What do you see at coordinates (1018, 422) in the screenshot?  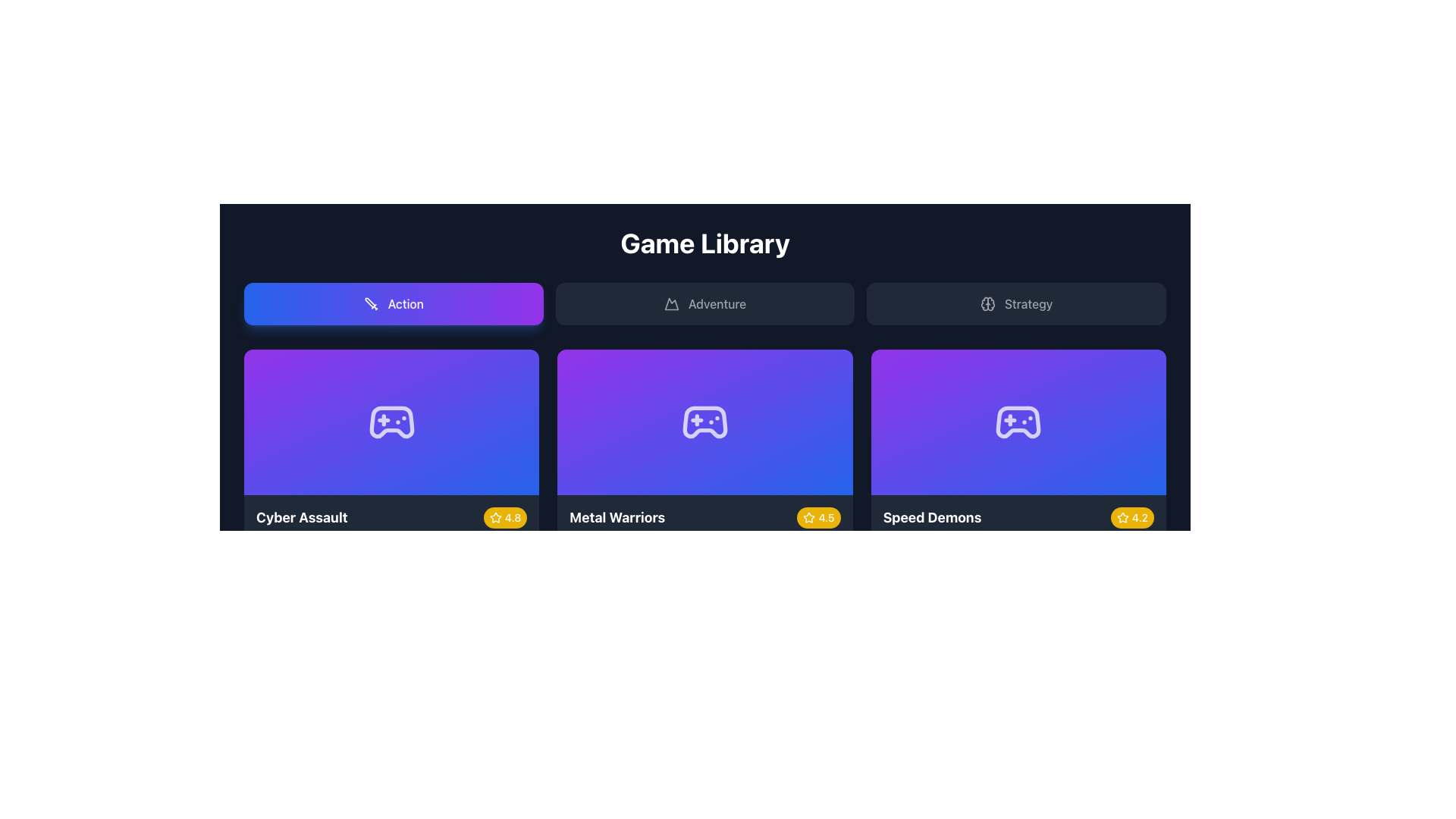 I see `the stylized game controller icon, which is centered within the 'Speed Demons' card in the game's category grid, featuring a purple-to-blue gradient background and a rating badge` at bounding box center [1018, 422].